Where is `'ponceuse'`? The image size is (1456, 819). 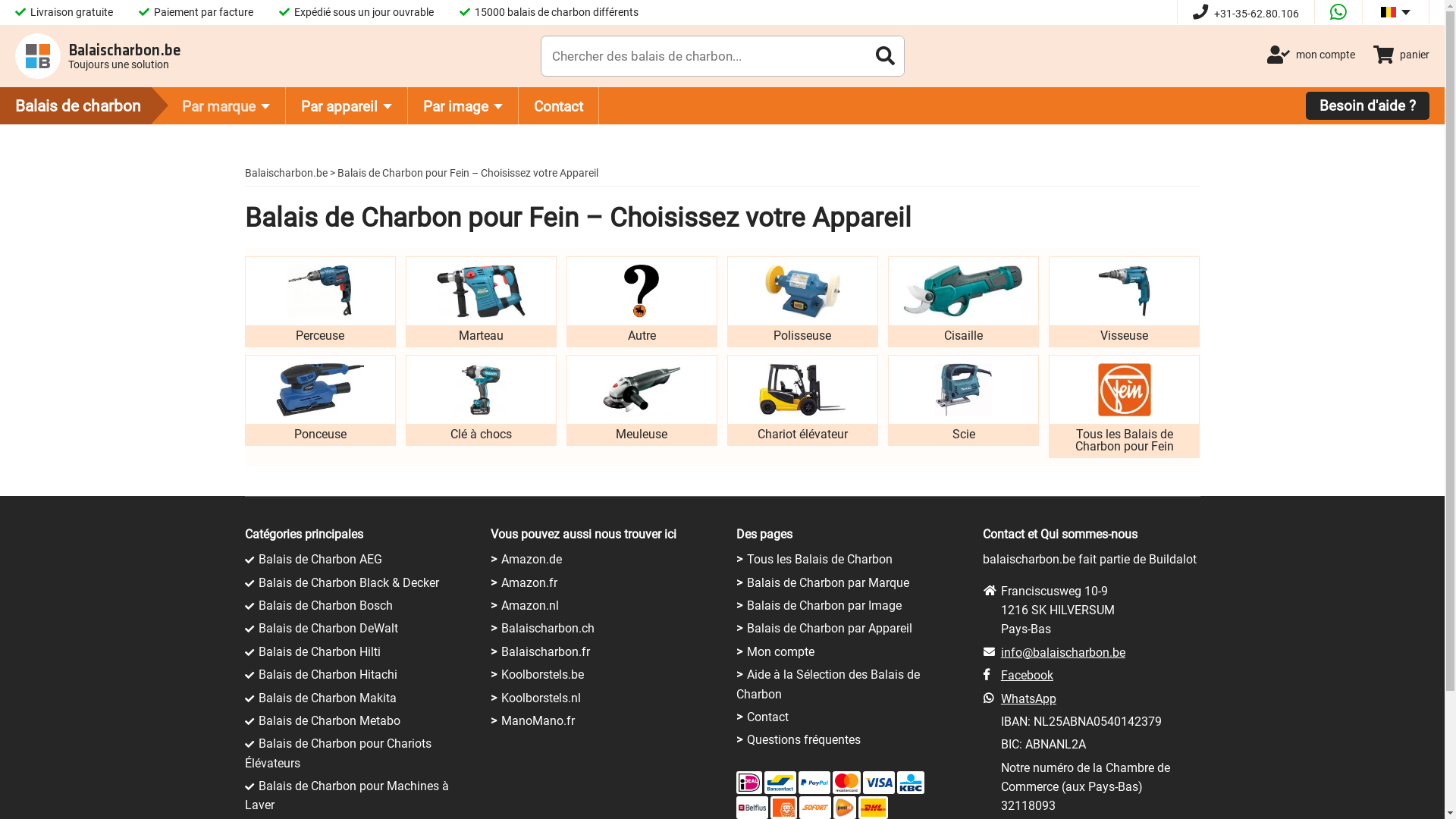
'ponceuse' is located at coordinates (319, 388).